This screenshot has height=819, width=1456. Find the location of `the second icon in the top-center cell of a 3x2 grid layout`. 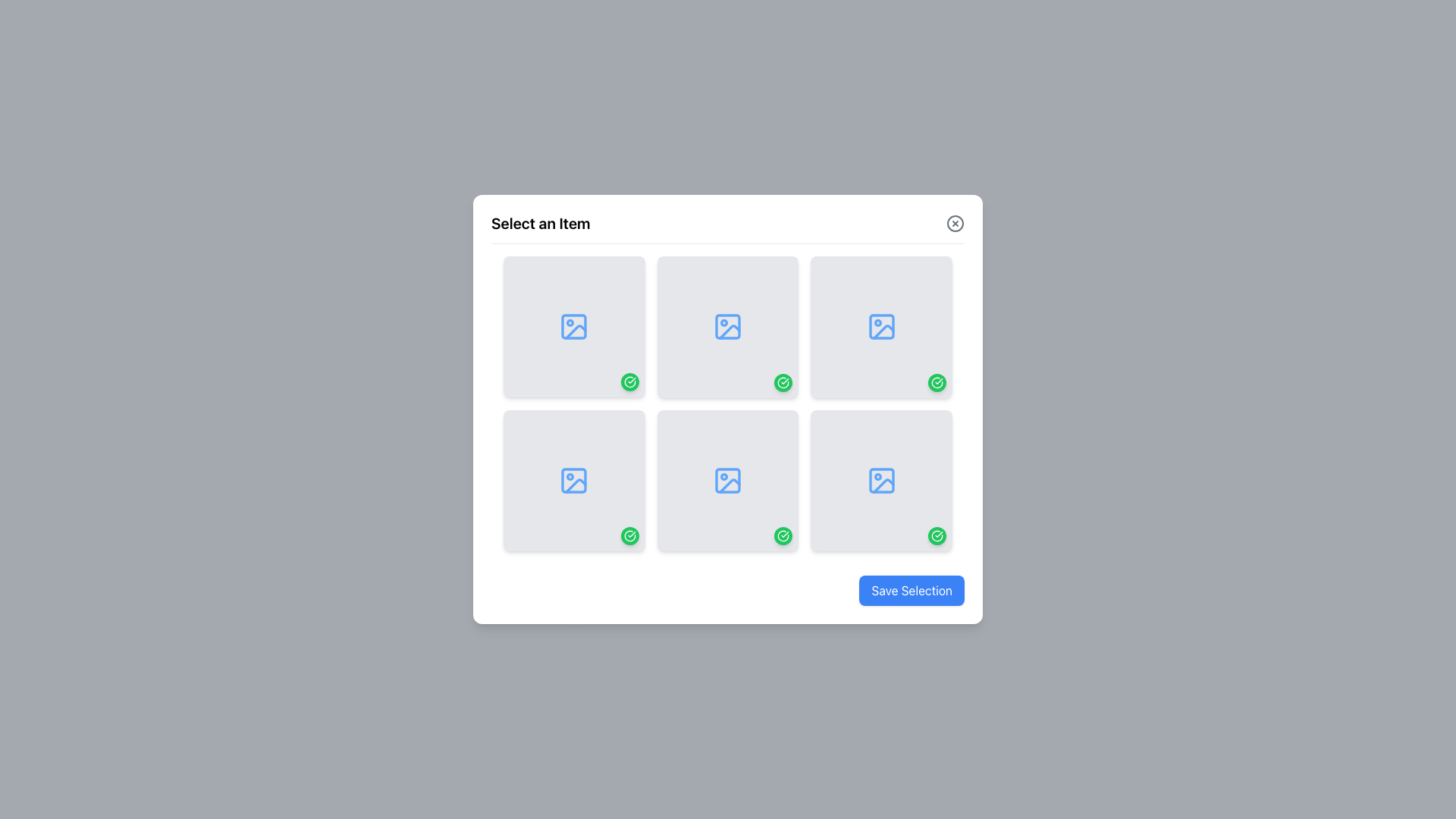

the second icon in the top-center cell of a 3x2 grid layout is located at coordinates (728, 326).